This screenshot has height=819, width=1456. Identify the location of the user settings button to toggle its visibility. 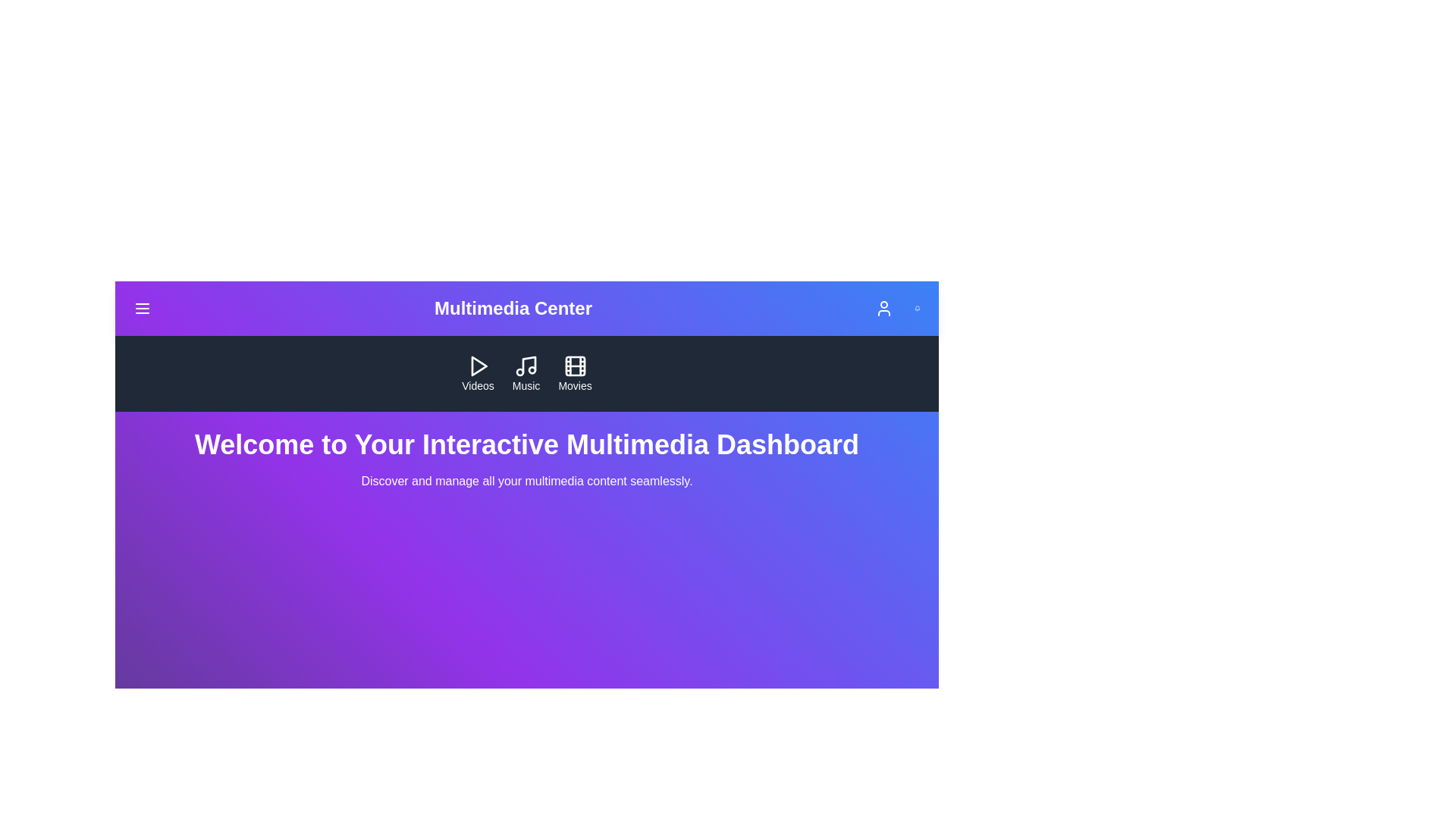
(884, 308).